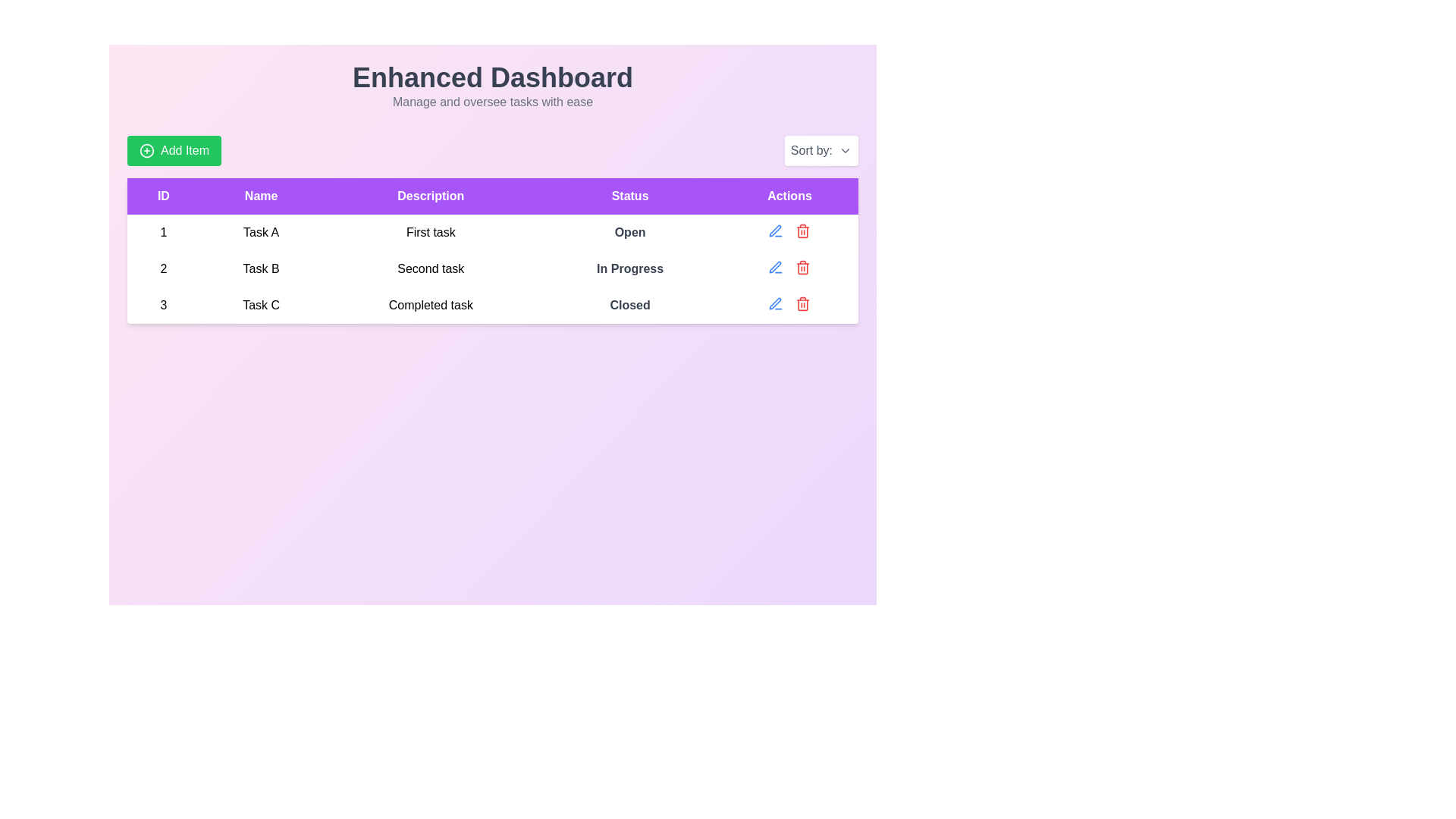  Describe the element at coordinates (164, 195) in the screenshot. I see `the text label indicating unique IDs for the first column of the table, located in the top-left corner of the header row` at that location.